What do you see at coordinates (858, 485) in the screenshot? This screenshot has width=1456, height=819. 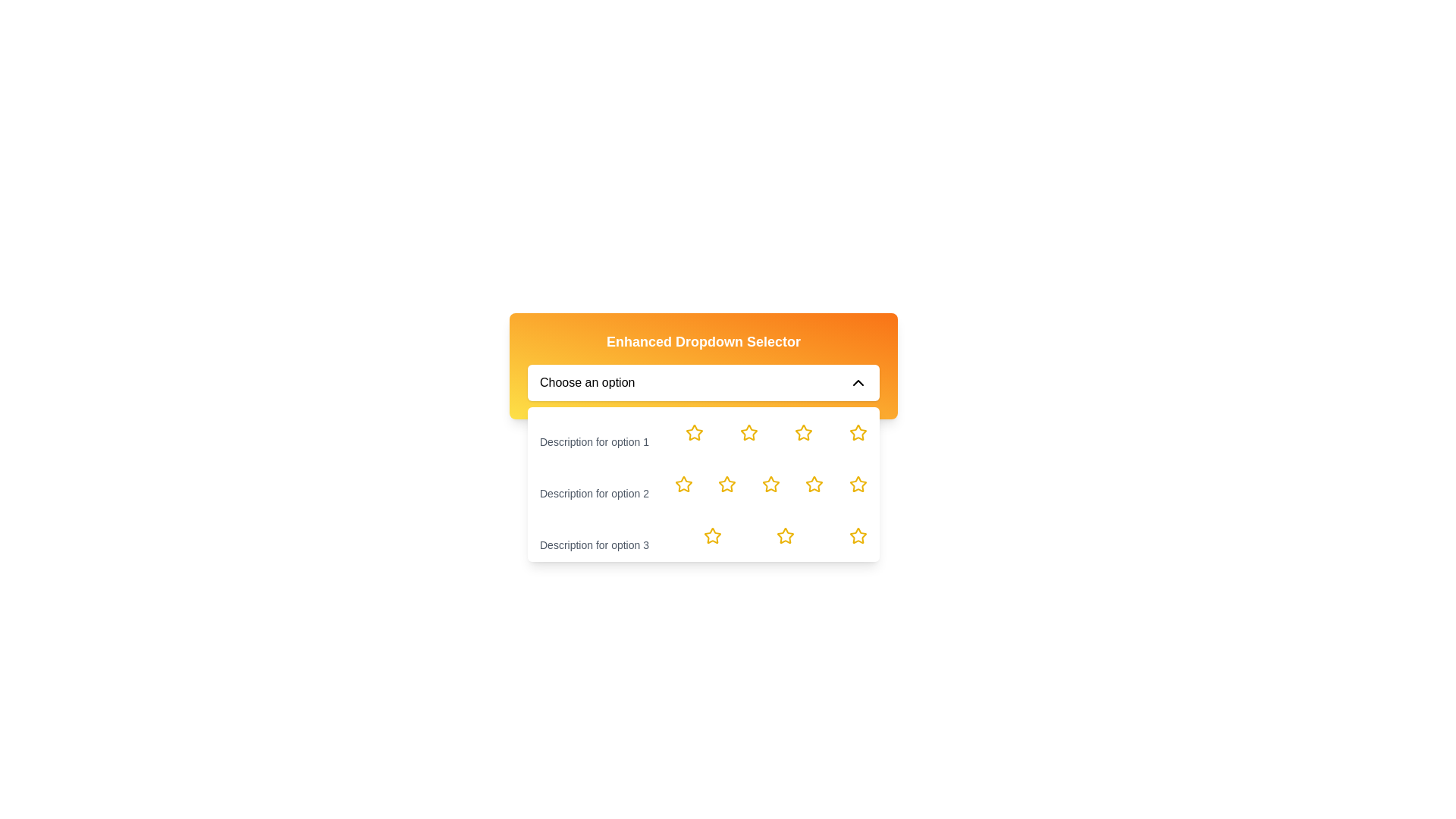 I see `the star icon that is the sixth in the row associated with 'Option 2'` at bounding box center [858, 485].